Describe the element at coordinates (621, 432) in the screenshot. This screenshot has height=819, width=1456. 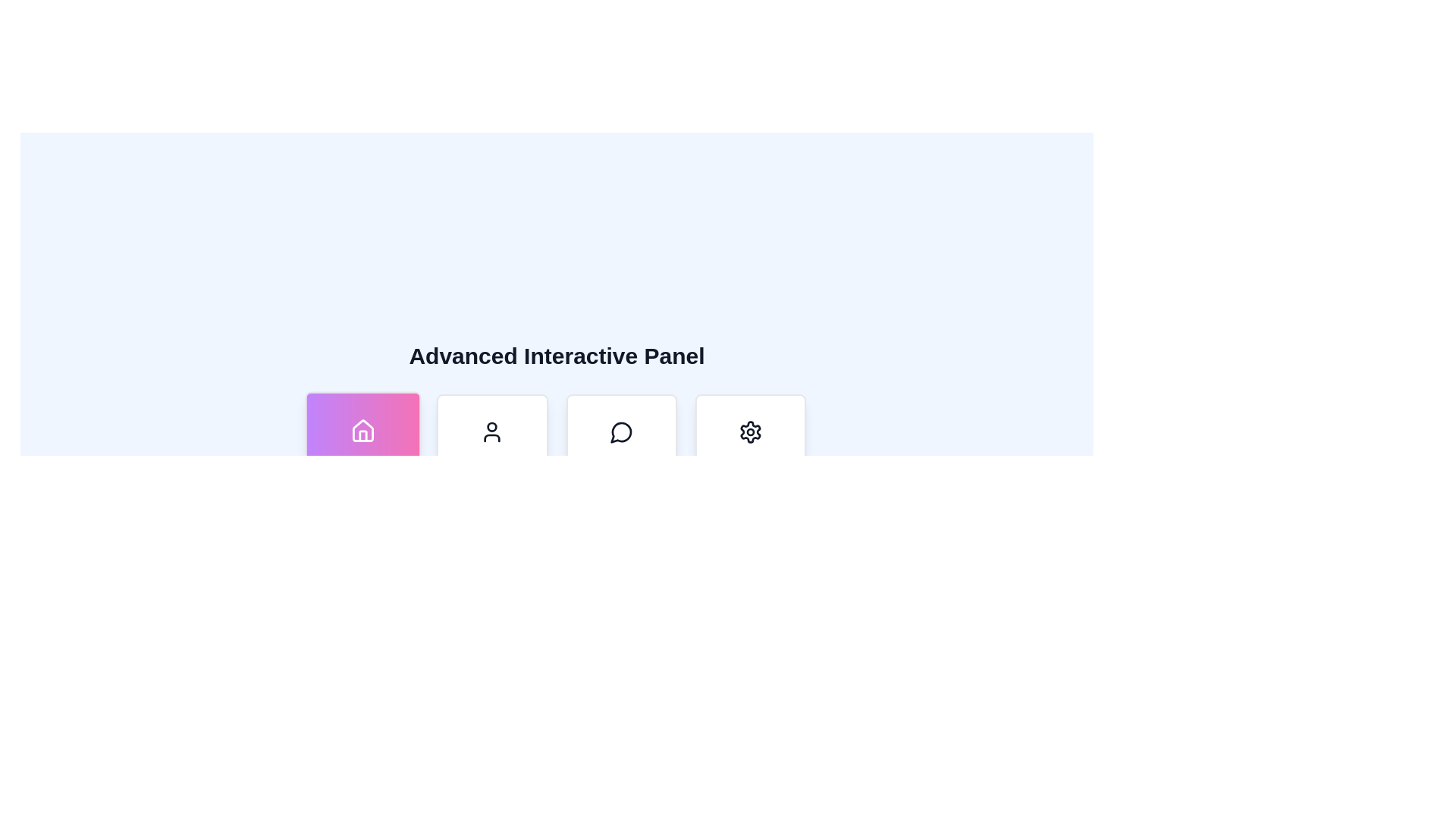
I see `the circular speech bubble icon with a tail, located within the 'Messages' button` at that location.